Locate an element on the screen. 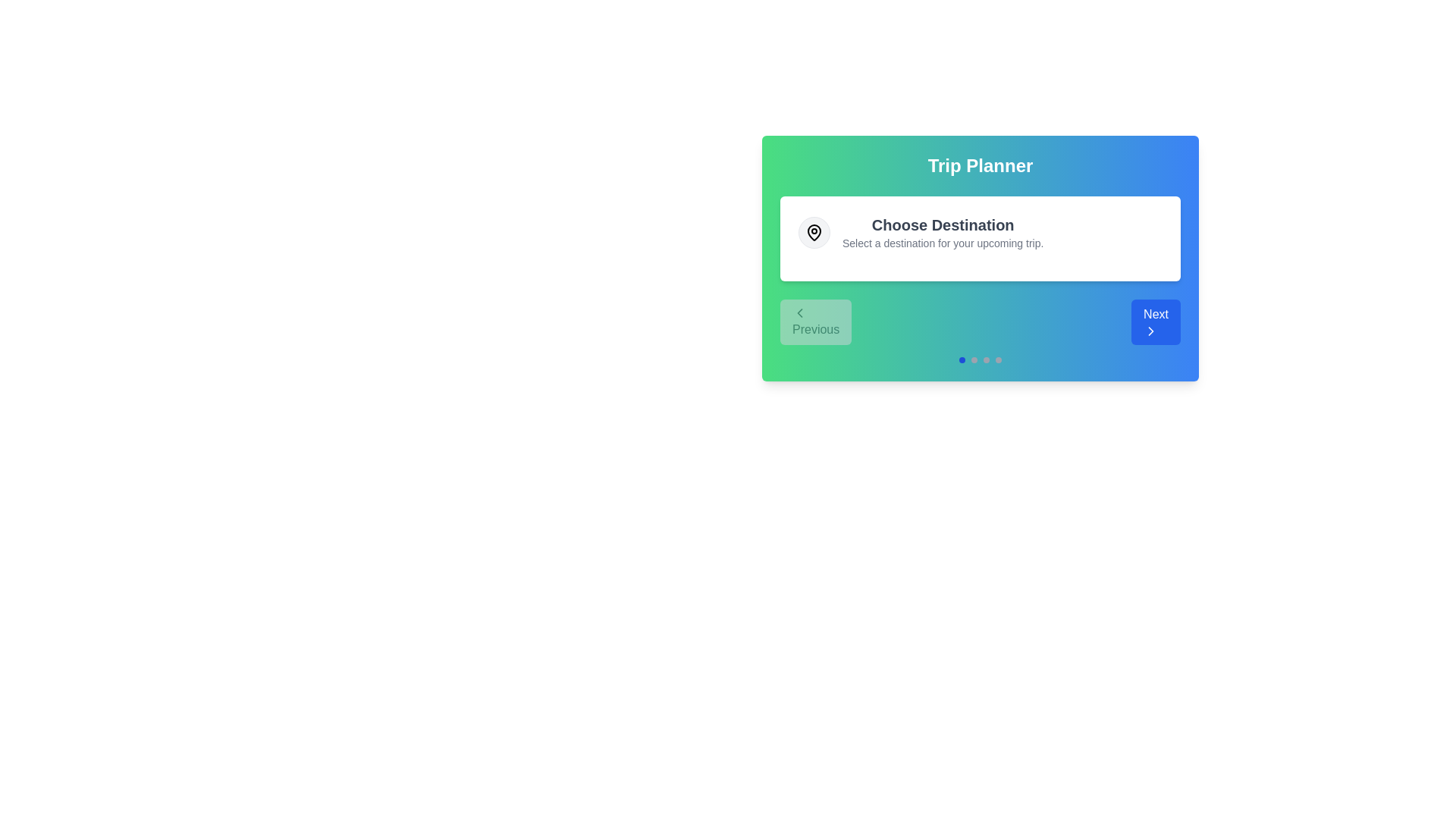 The width and height of the screenshot is (1456, 819). the current step by focusing on the pagination indicator, which consists of a row of circular indicators at the bottom center of the 'Trip Planner' card interface is located at coordinates (980, 359).